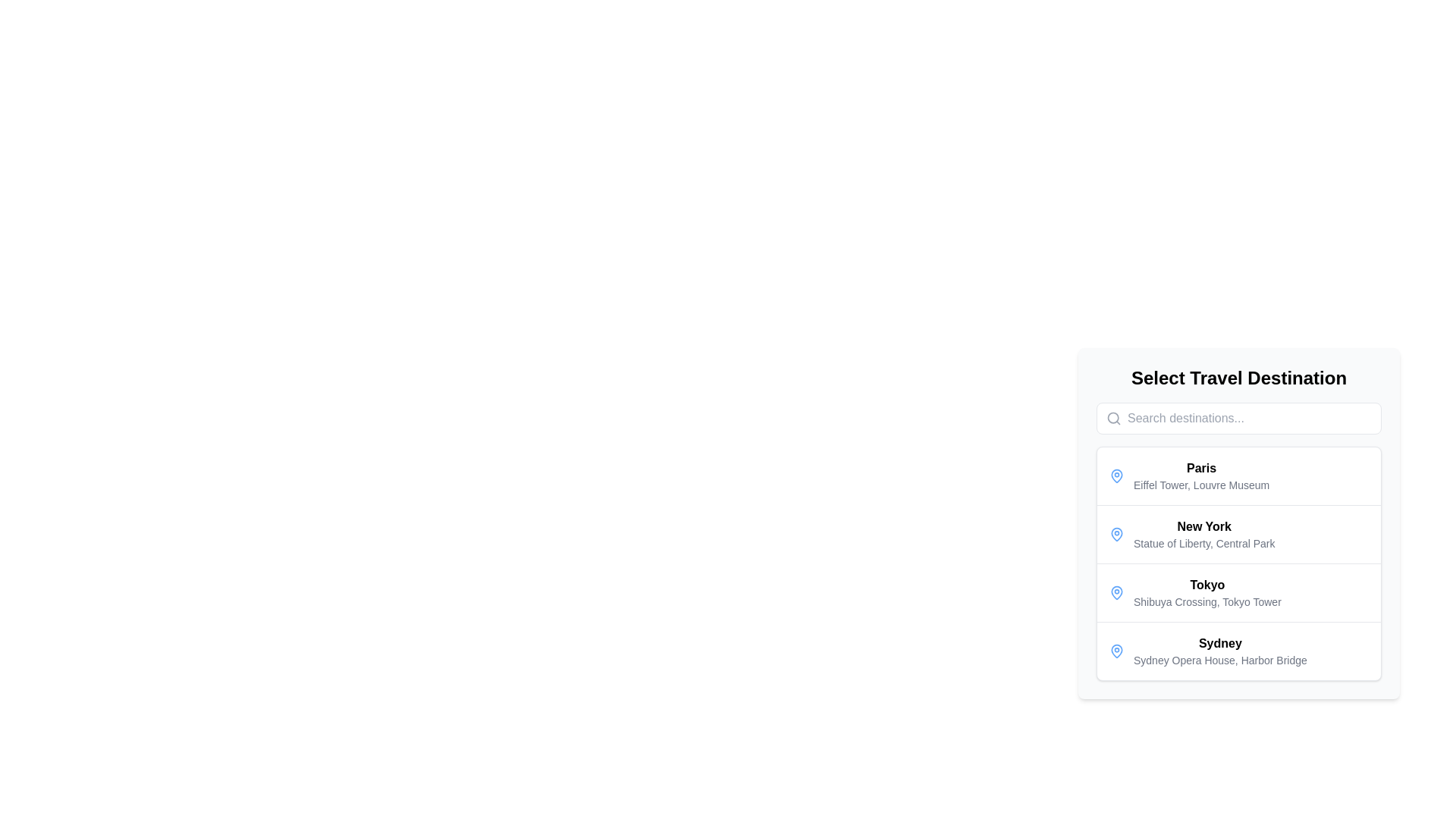 Image resolution: width=1456 pixels, height=819 pixels. What do you see at coordinates (1220, 643) in the screenshot?
I see `the label displaying the city name 'Sydney'` at bounding box center [1220, 643].